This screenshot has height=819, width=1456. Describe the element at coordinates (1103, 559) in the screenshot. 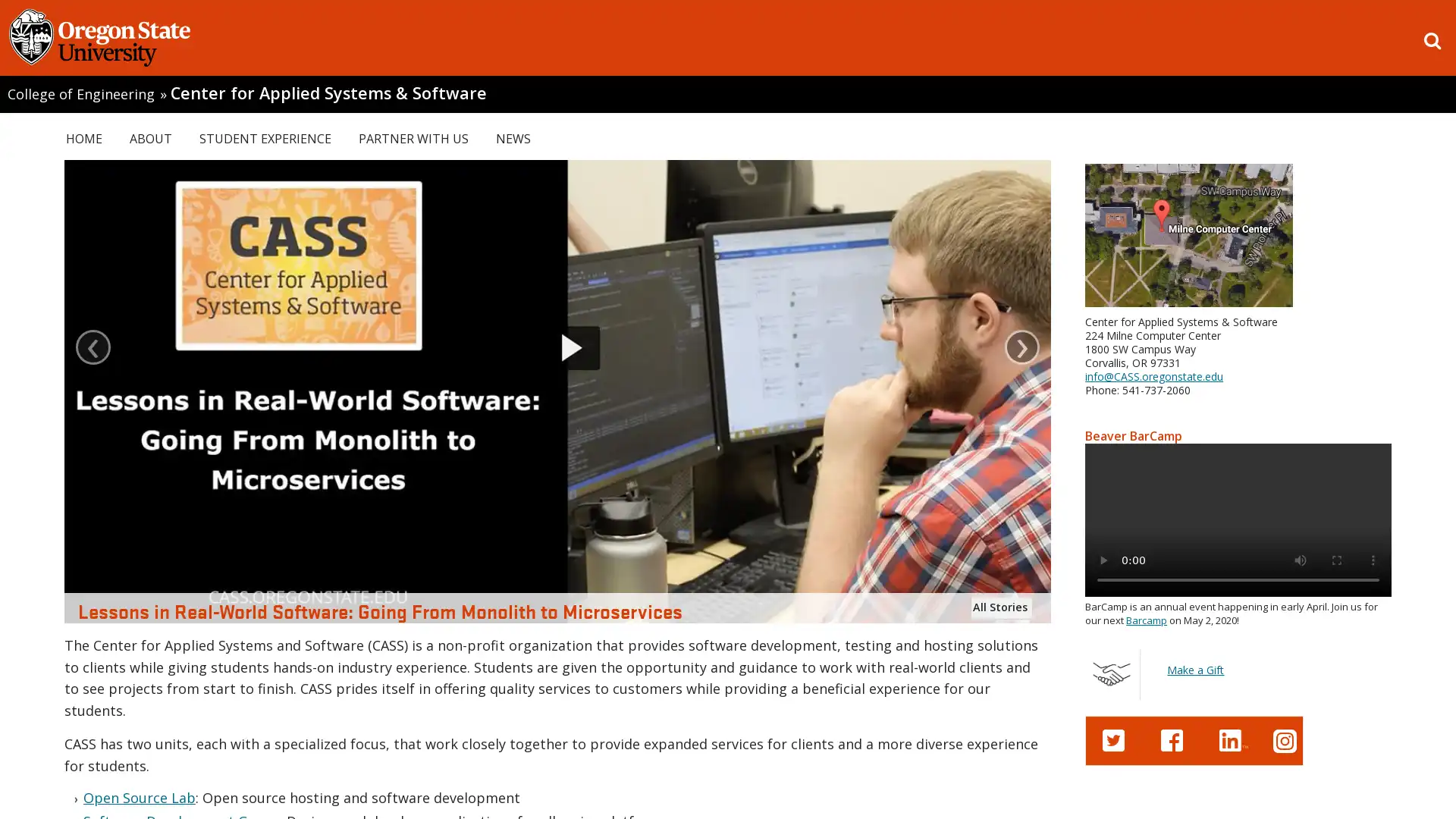

I see `play` at that location.